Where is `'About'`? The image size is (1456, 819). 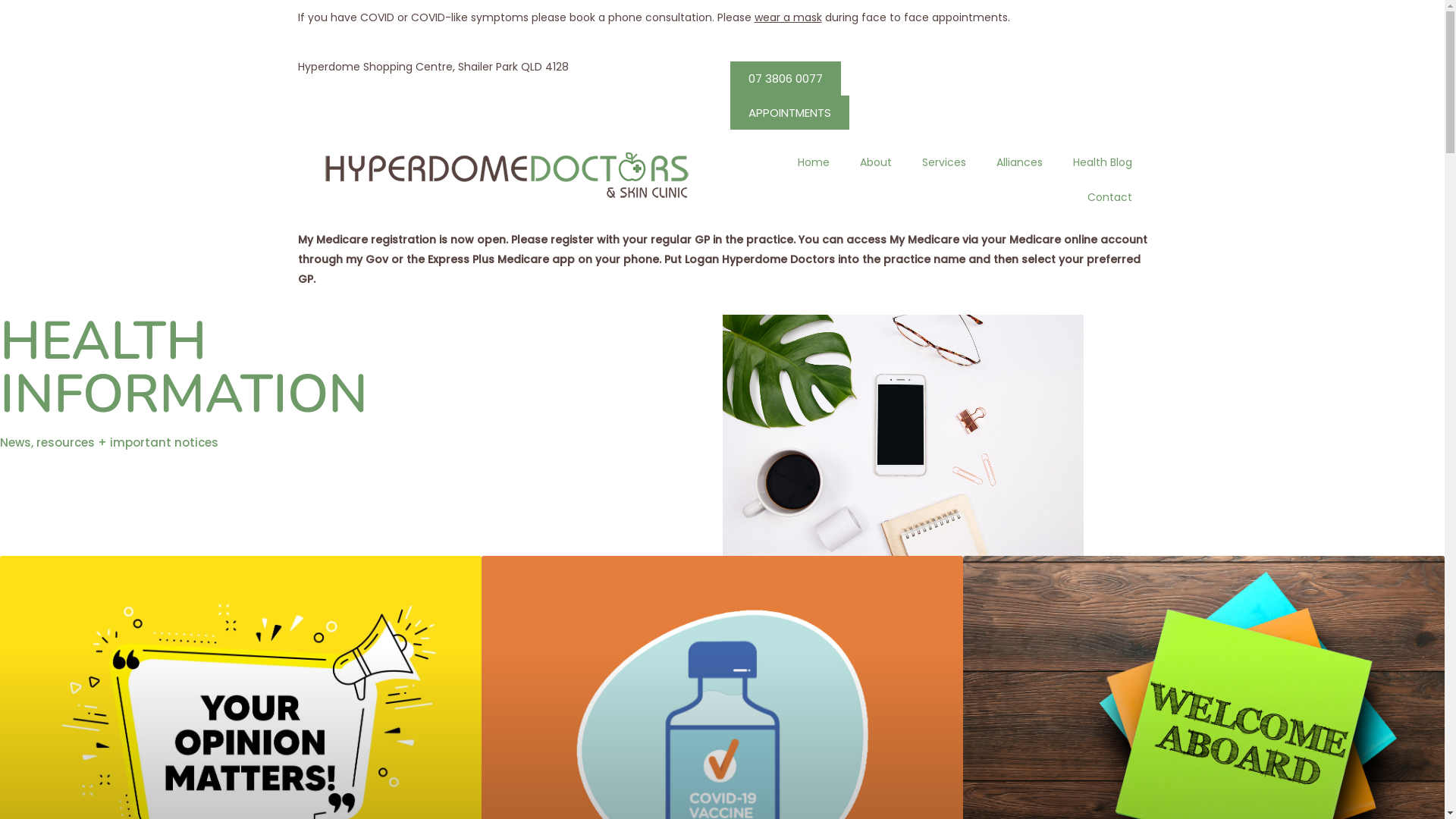 'About' is located at coordinates (876, 161).